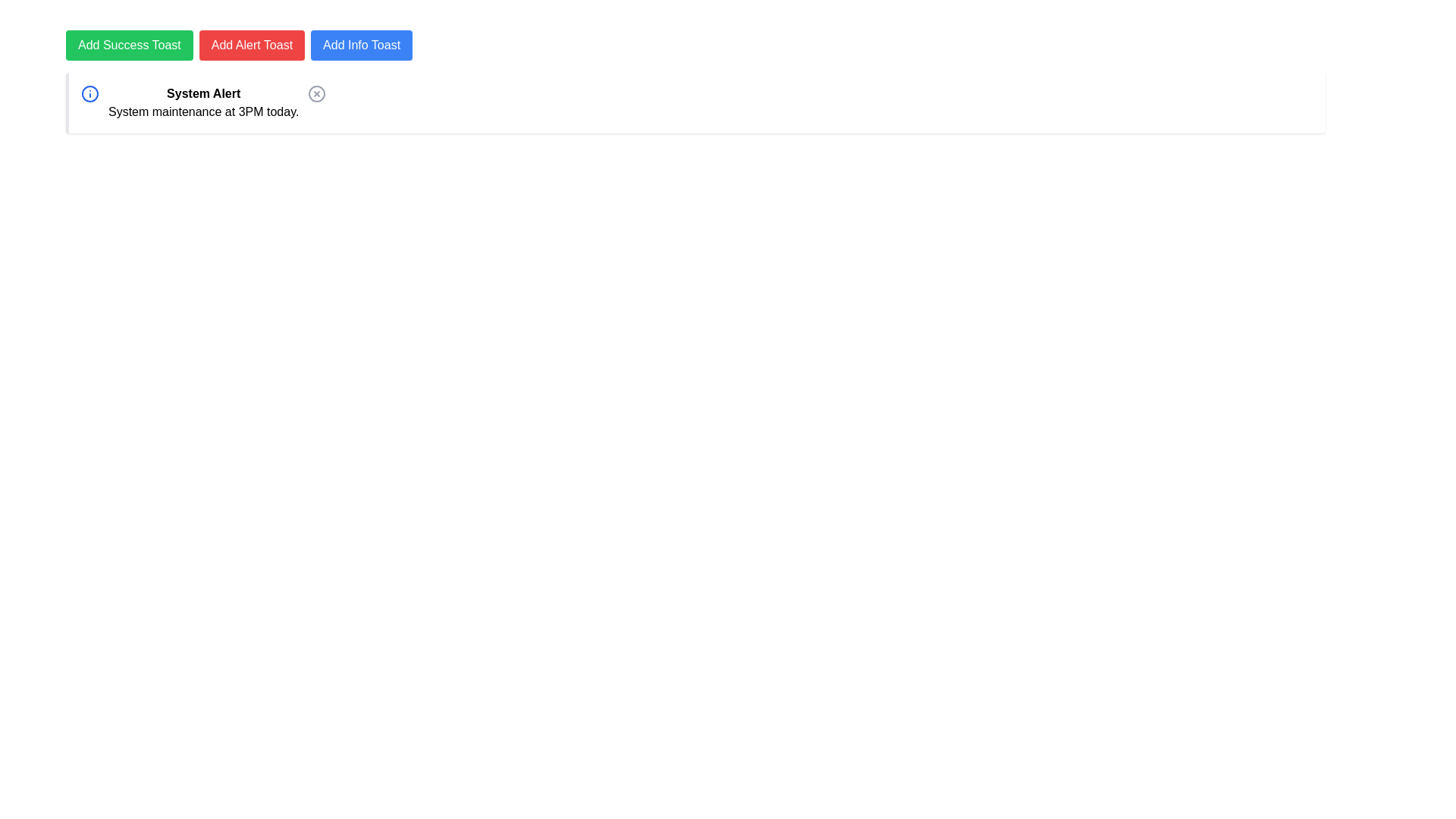 The image size is (1456, 819). I want to click on the first button in the horizontal sequence, so click(129, 45).